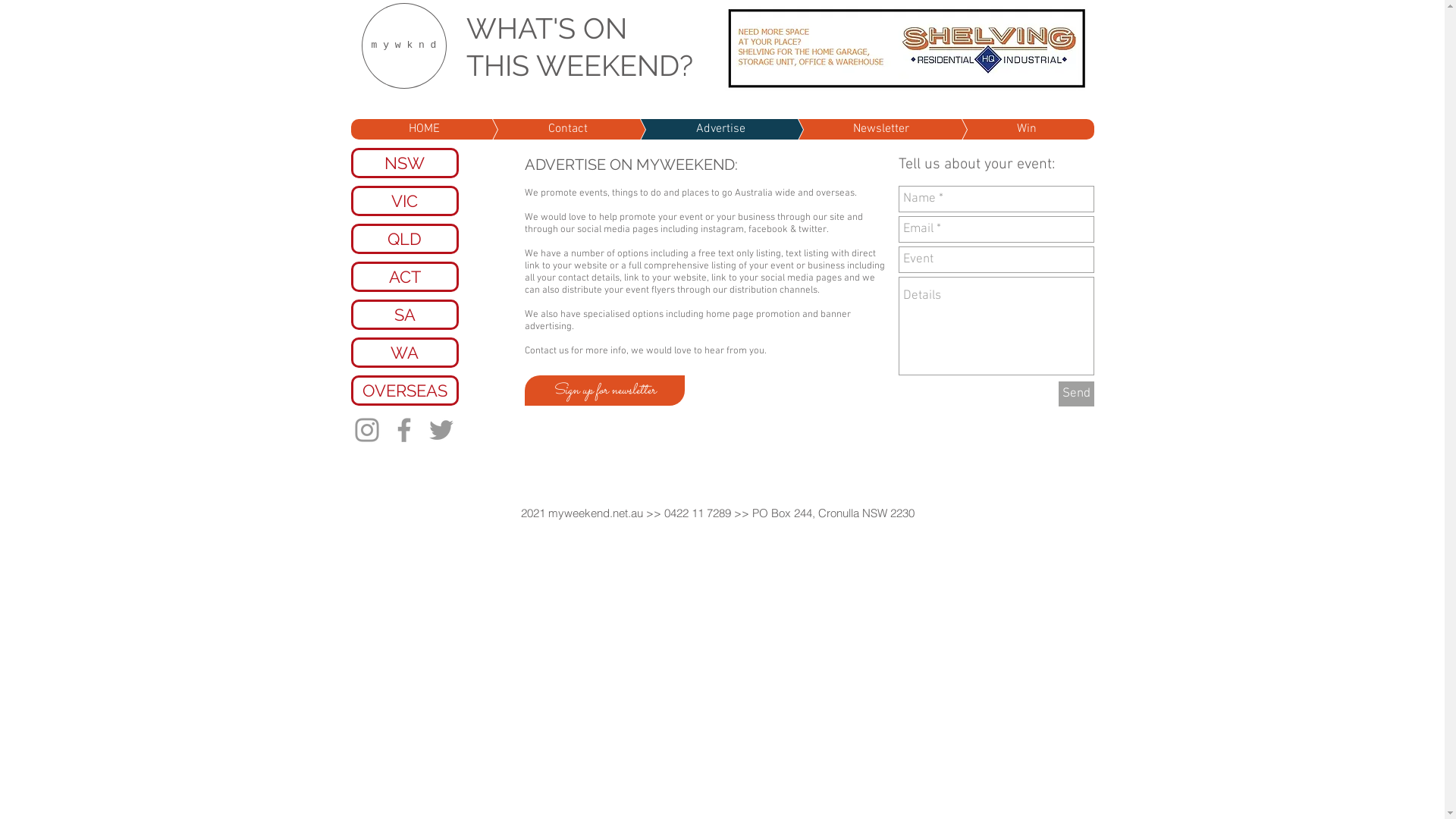  I want to click on 'Send', so click(1075, 393).